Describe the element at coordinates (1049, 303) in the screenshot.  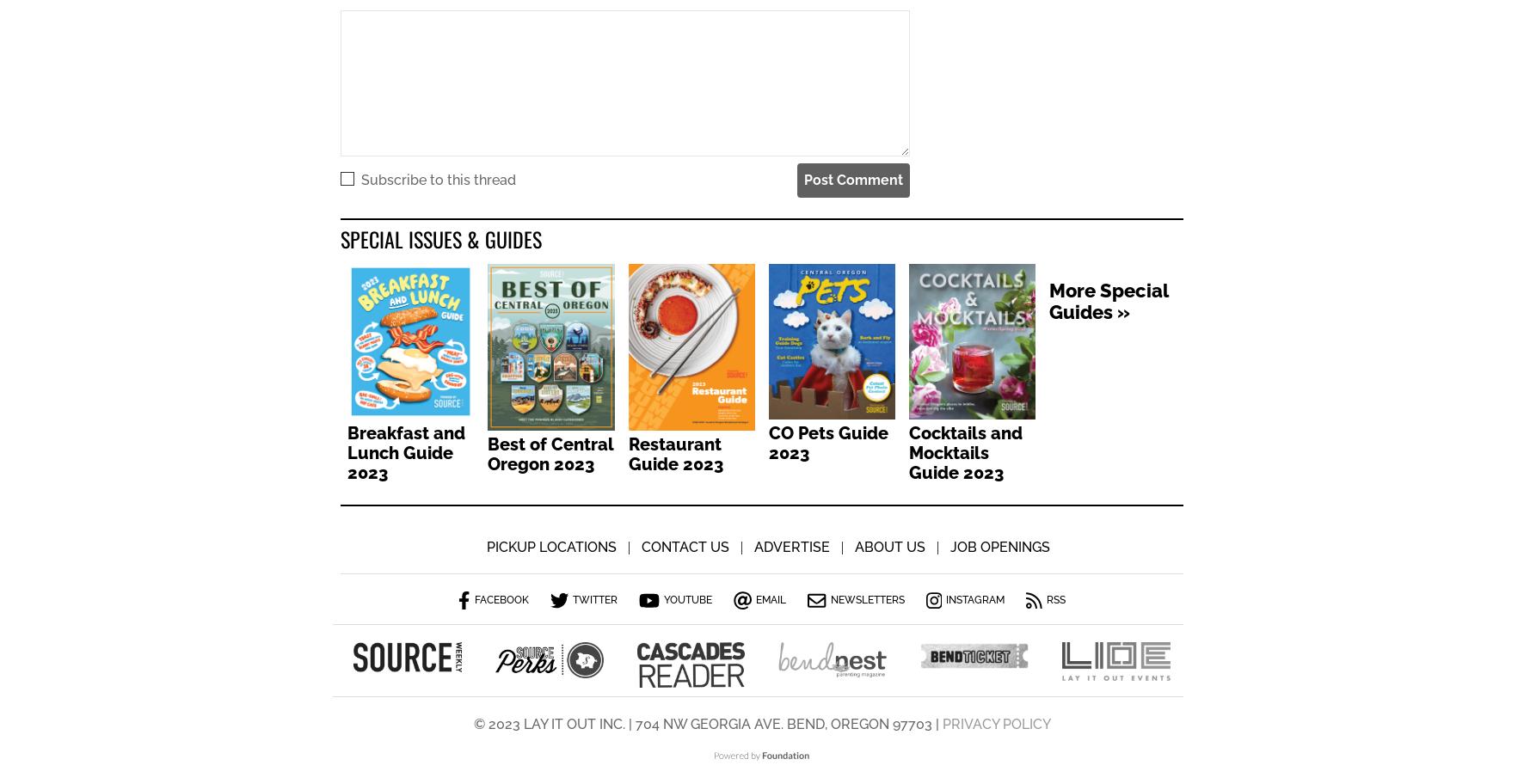
I see `'More Special Guides »'` at that location.